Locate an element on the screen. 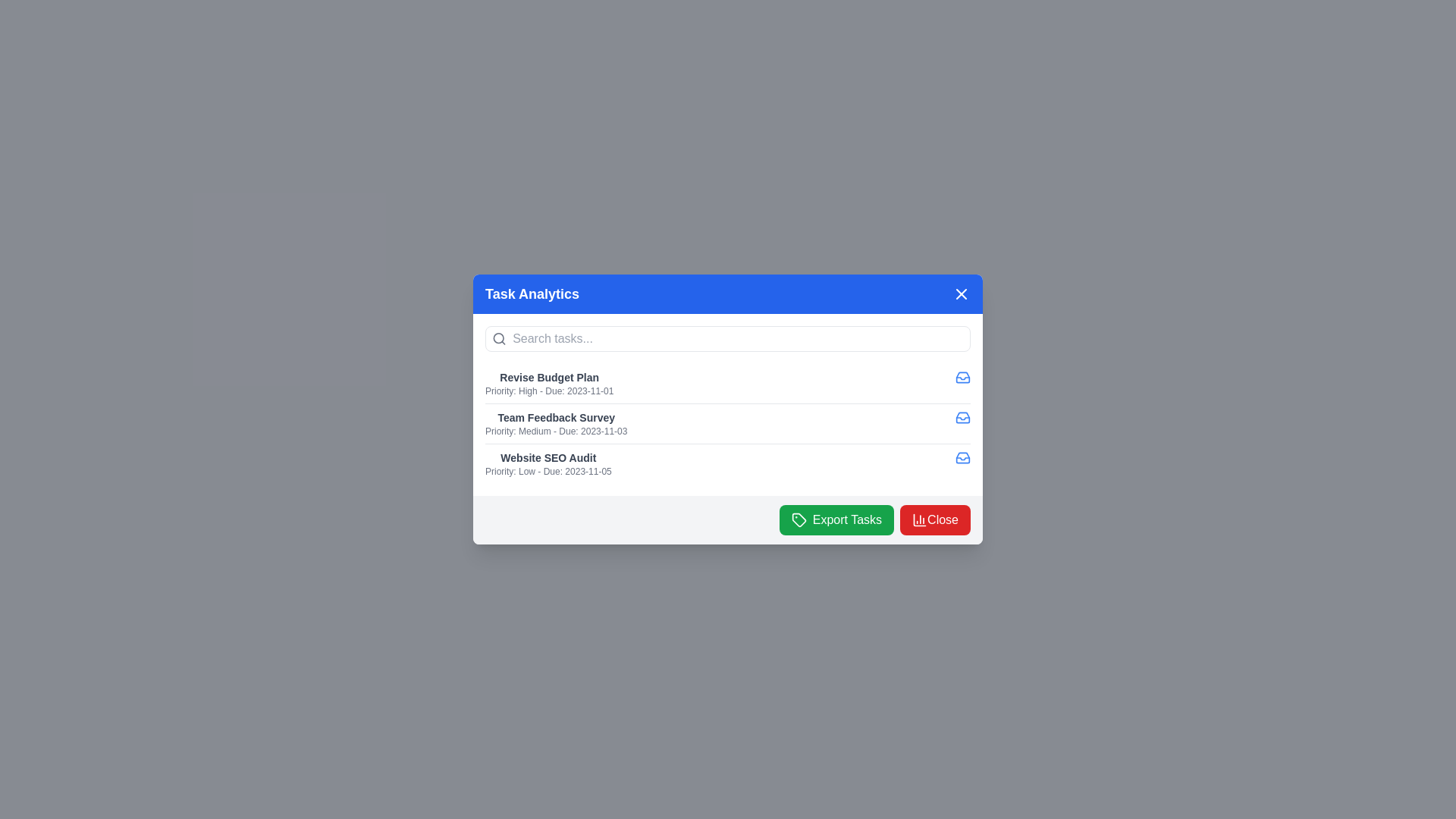  the green tag icon located to the left of the 'Export Tasks' text within the green button is located at coordinates (798, 519).